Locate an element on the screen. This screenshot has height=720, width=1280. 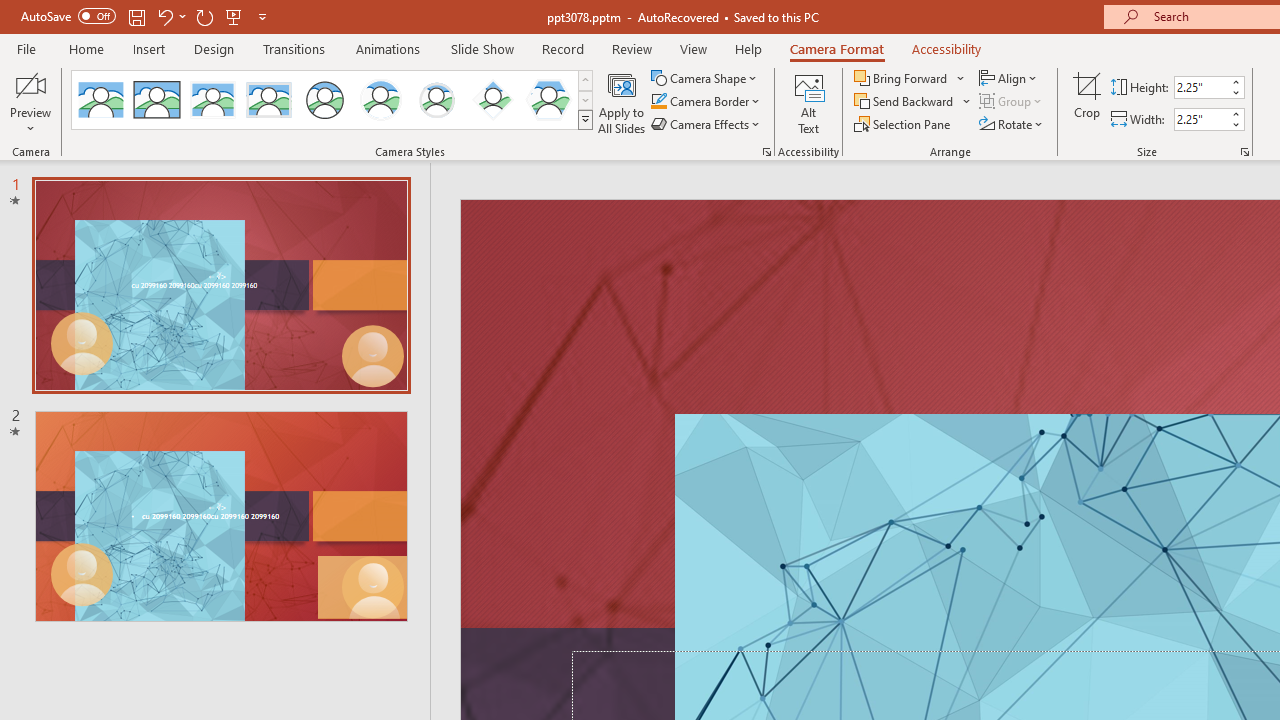
'Camera Shape' is located at coordinates (705, 77).